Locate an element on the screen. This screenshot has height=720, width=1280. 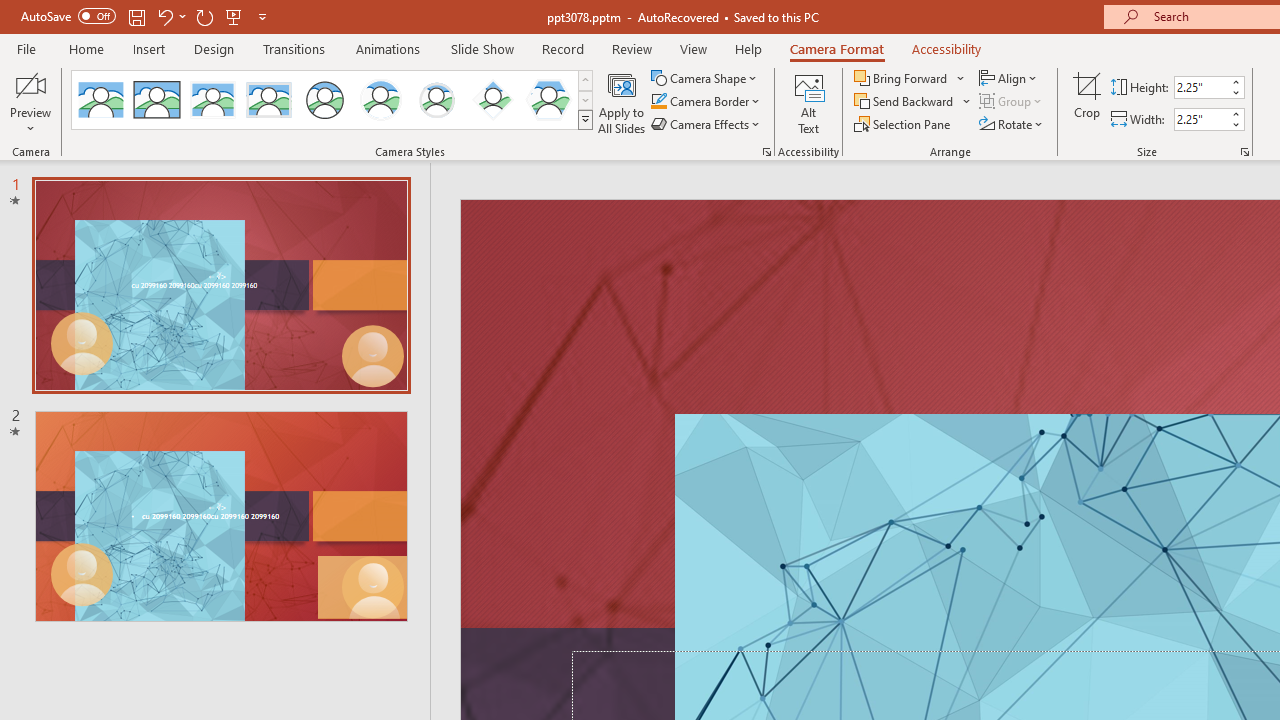
'Camera Shape' is located at coordinates (705, 77).